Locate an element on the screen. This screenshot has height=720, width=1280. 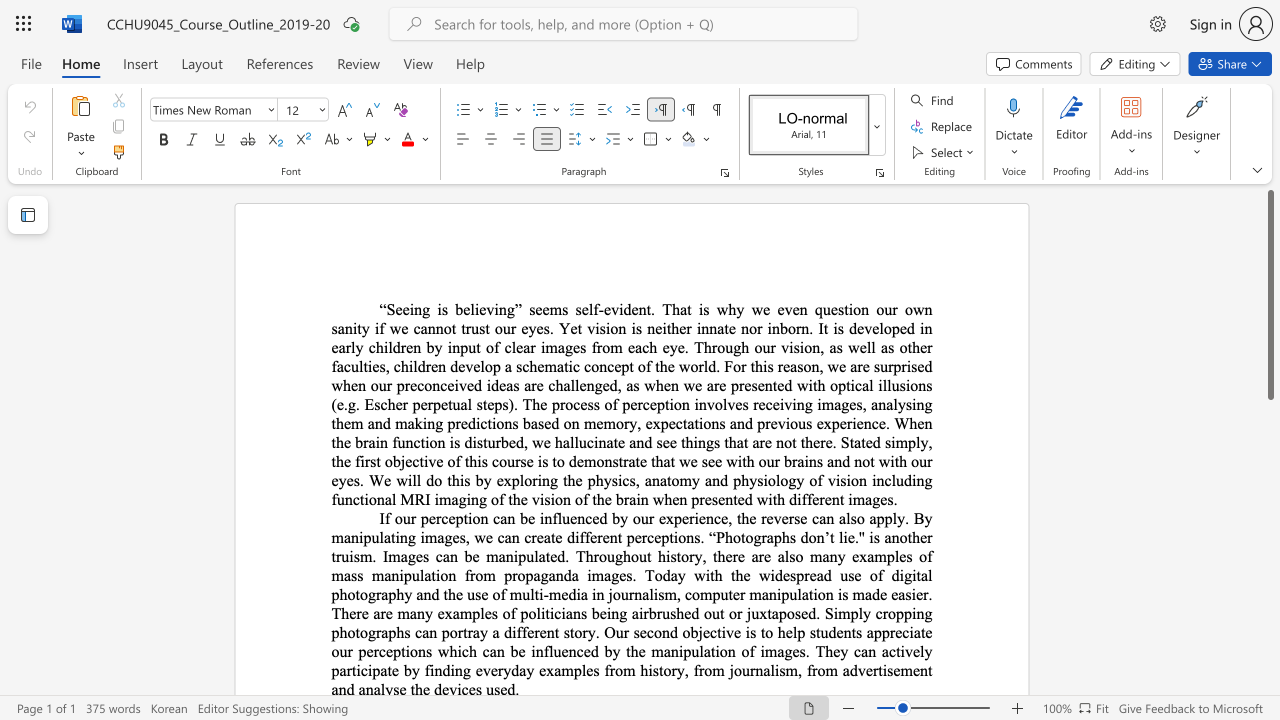
the scrollbar on the right to move the page downward is located at coordinates (1269, 640).